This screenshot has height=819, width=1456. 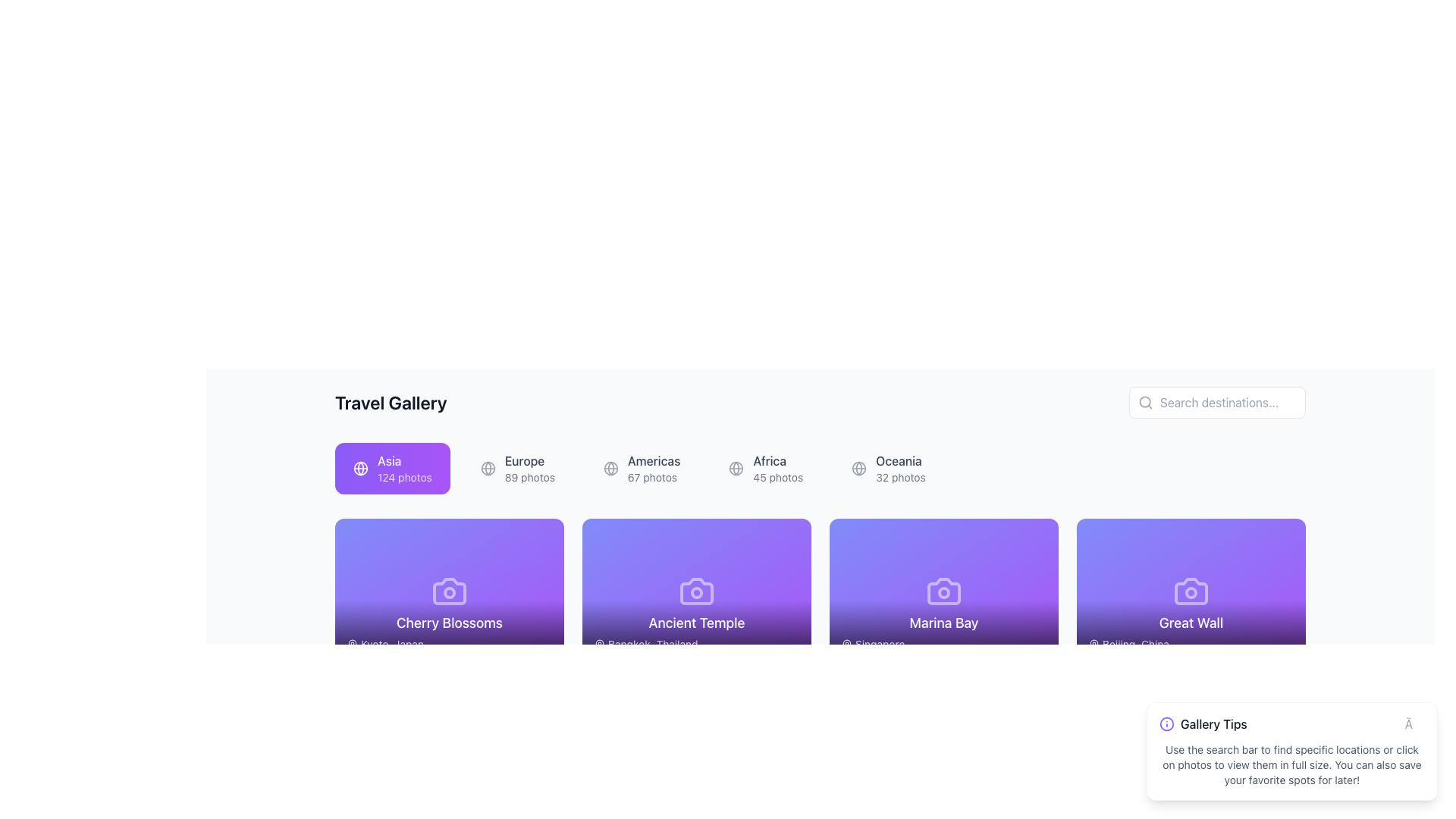 I want to click on the camera icon, which is a light violet representation of a handheld camera located at the center of the 'Cherry Blossoms' card in the 'Travel Gallery' section, so click(x=449, y=590).